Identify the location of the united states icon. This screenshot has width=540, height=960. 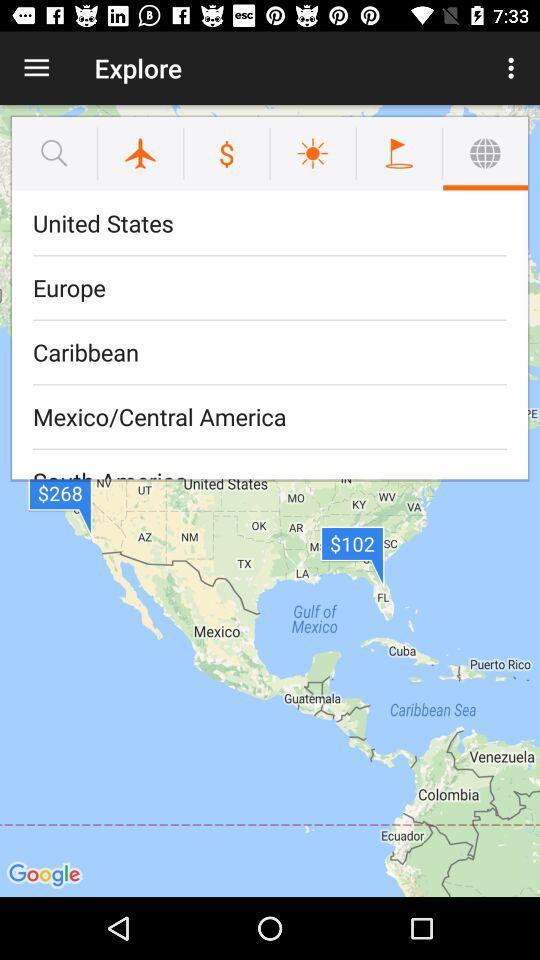
(270, 223).